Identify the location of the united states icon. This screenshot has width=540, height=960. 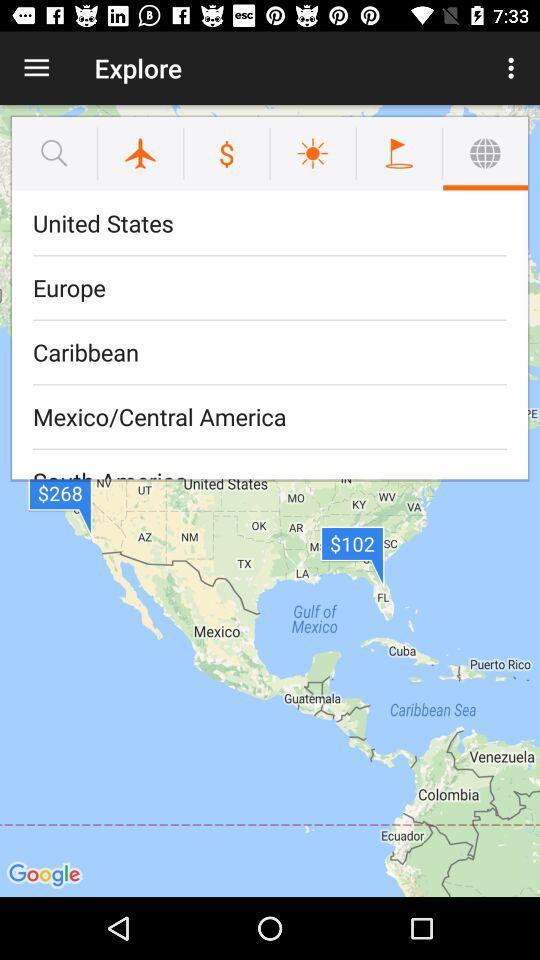
(270, 223).